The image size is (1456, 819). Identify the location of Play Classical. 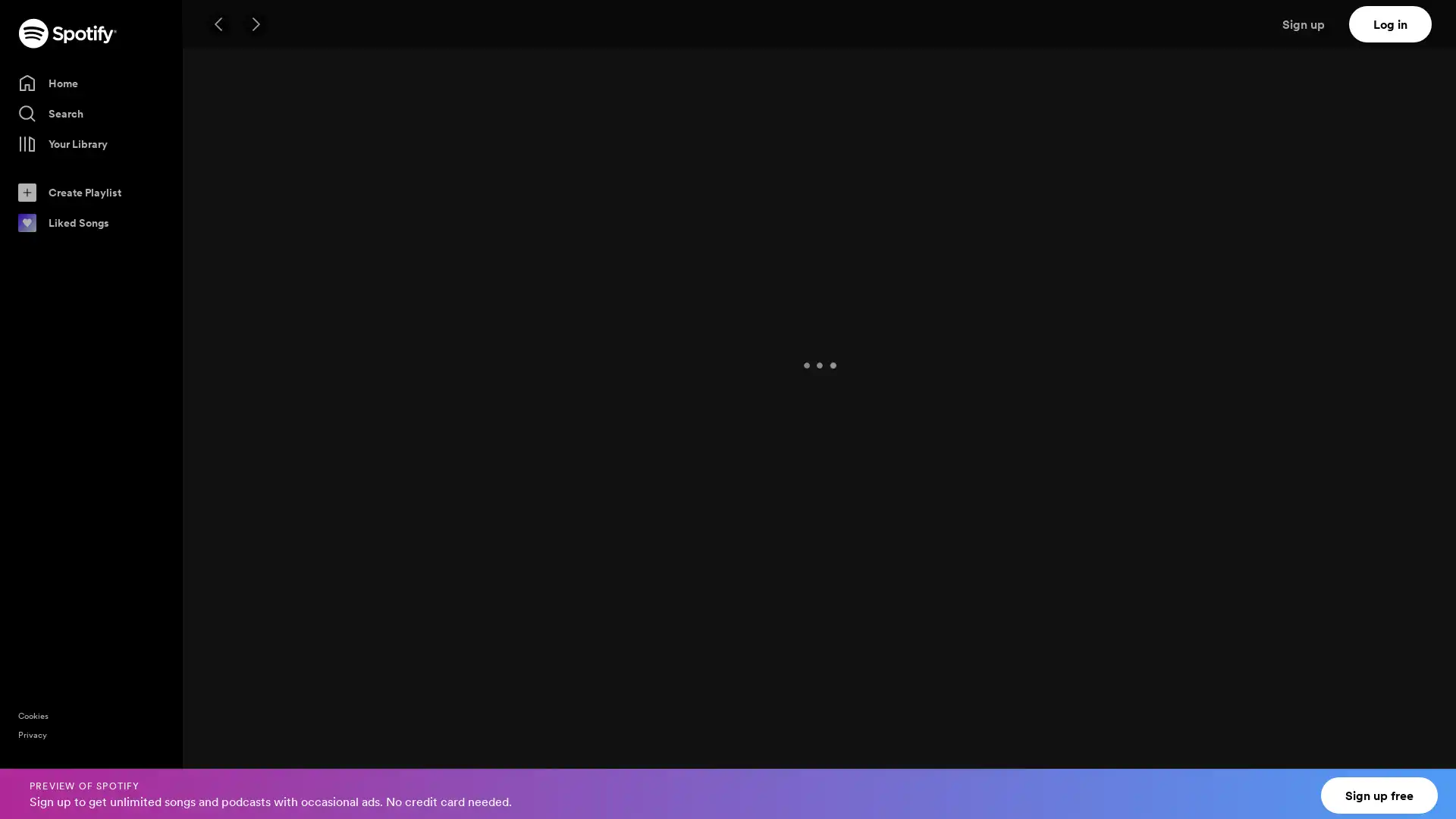
(618, 461).